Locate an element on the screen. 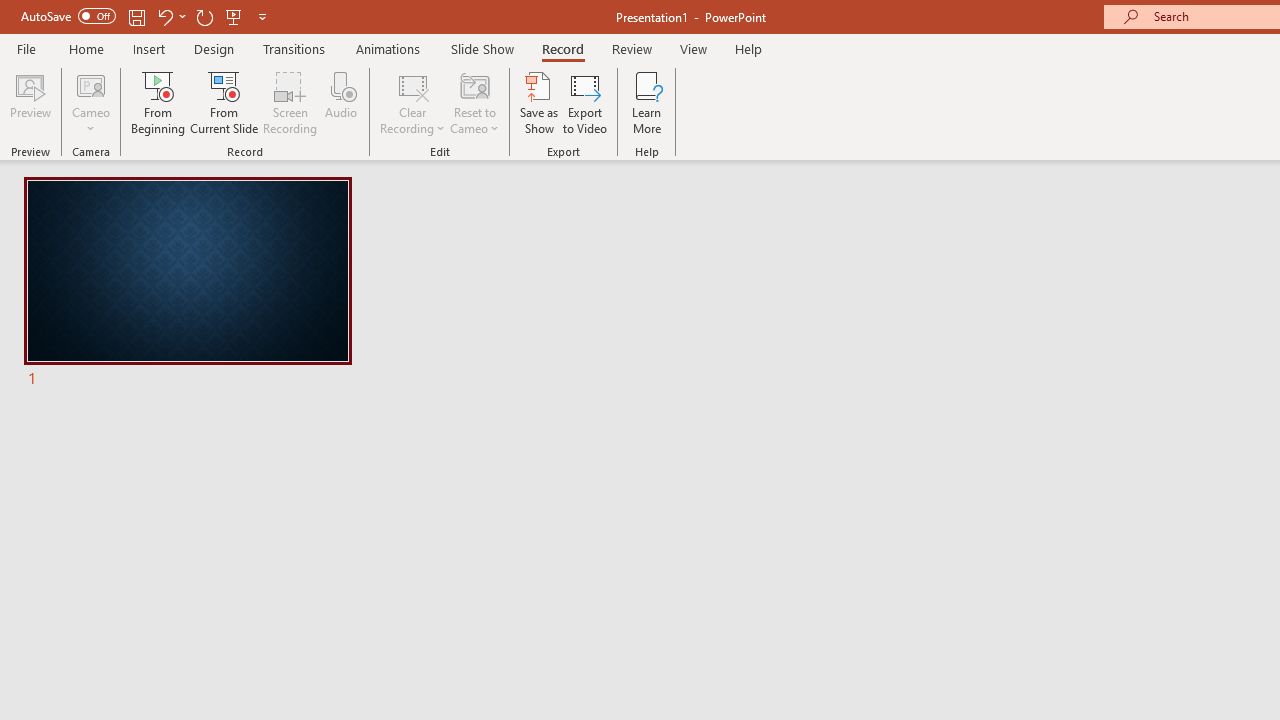 This screenshot has width=1280, height=720. 'Save as Show' is located at coordinates (539, 103).